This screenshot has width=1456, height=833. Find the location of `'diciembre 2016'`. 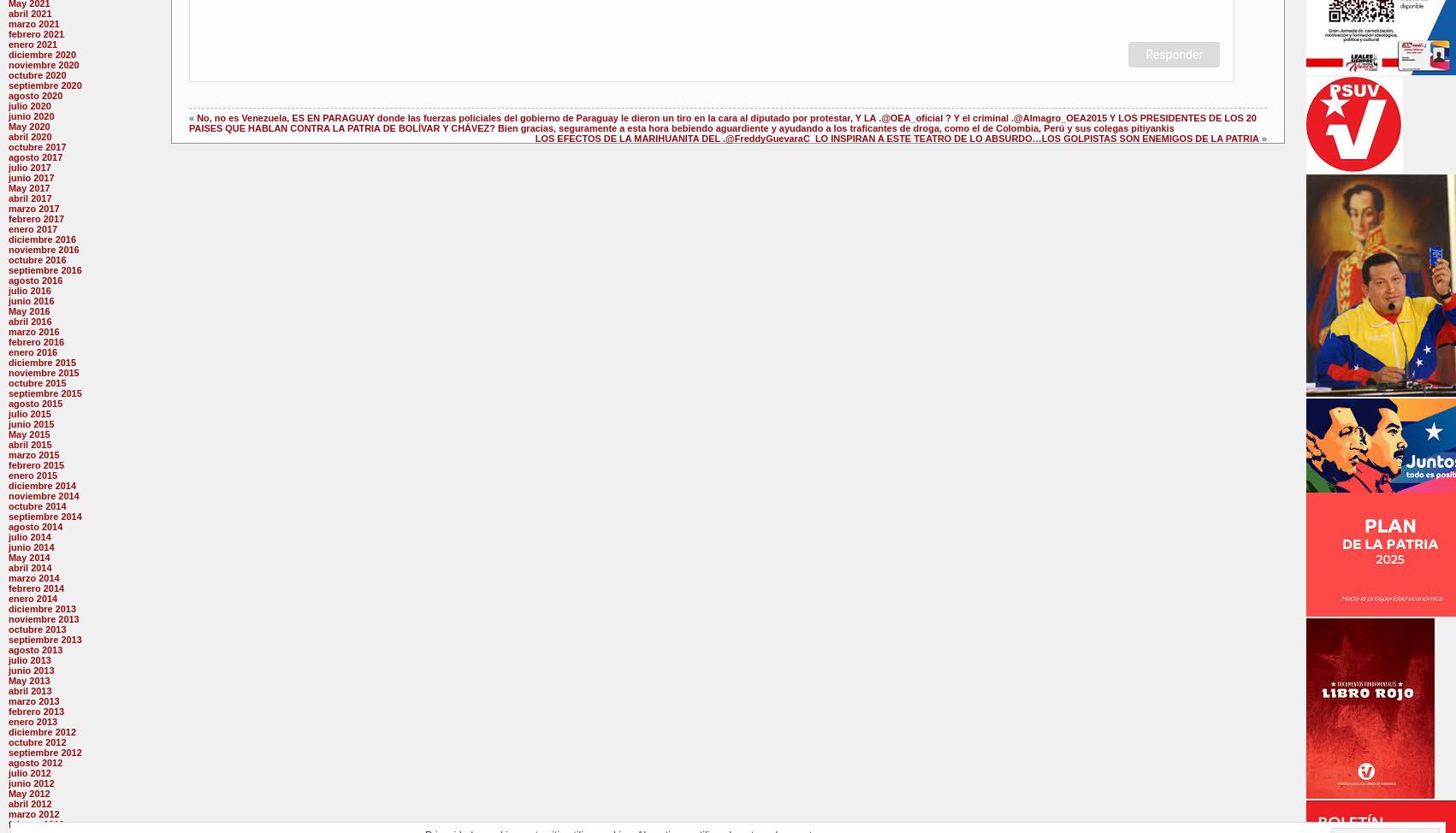

'diciembre 2016' is located at coordinates (9, 239).